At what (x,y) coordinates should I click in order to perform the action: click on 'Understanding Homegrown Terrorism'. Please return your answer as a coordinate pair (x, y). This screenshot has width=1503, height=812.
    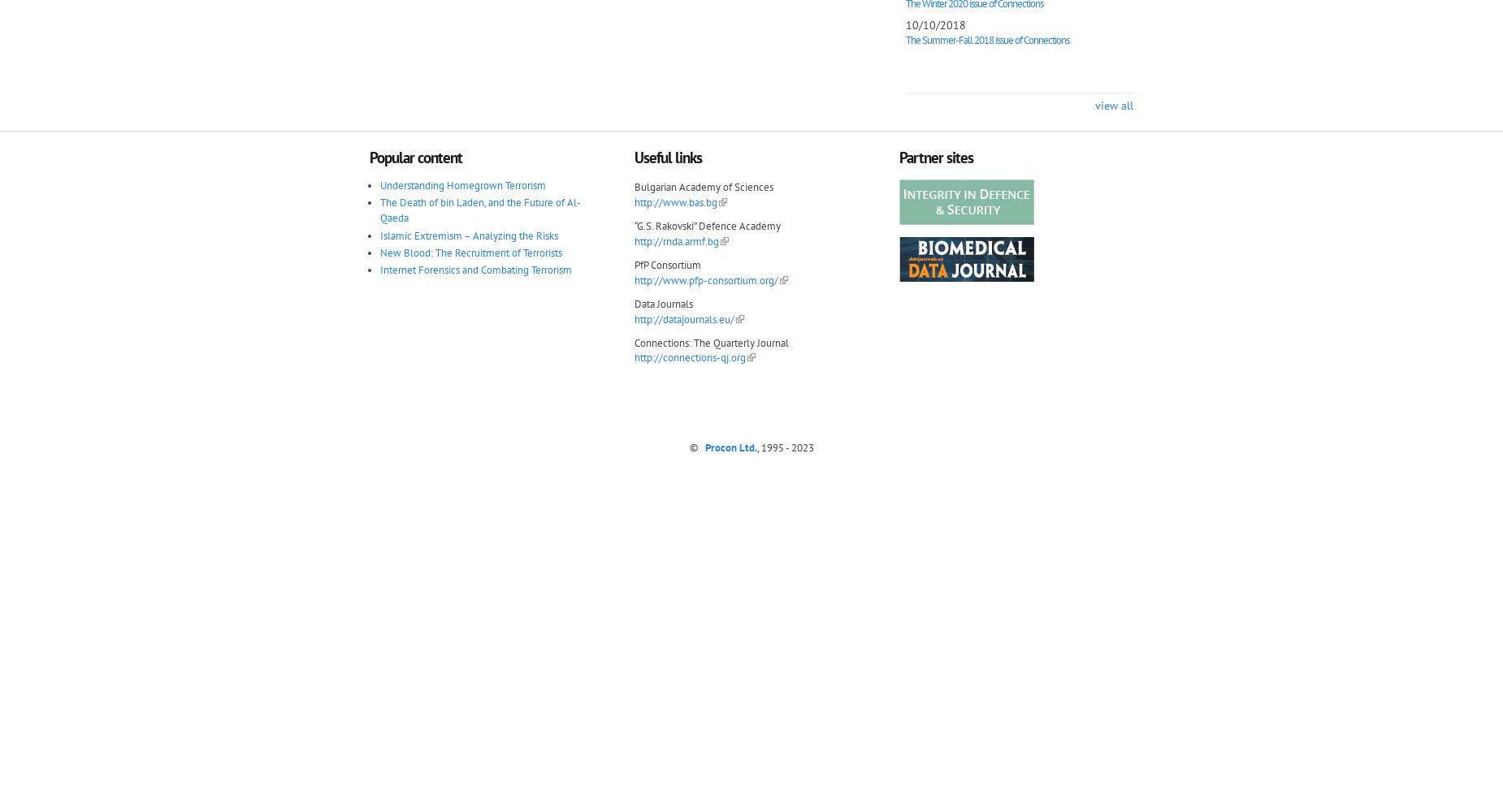
    Looking at the image, I should click on (462, 184).